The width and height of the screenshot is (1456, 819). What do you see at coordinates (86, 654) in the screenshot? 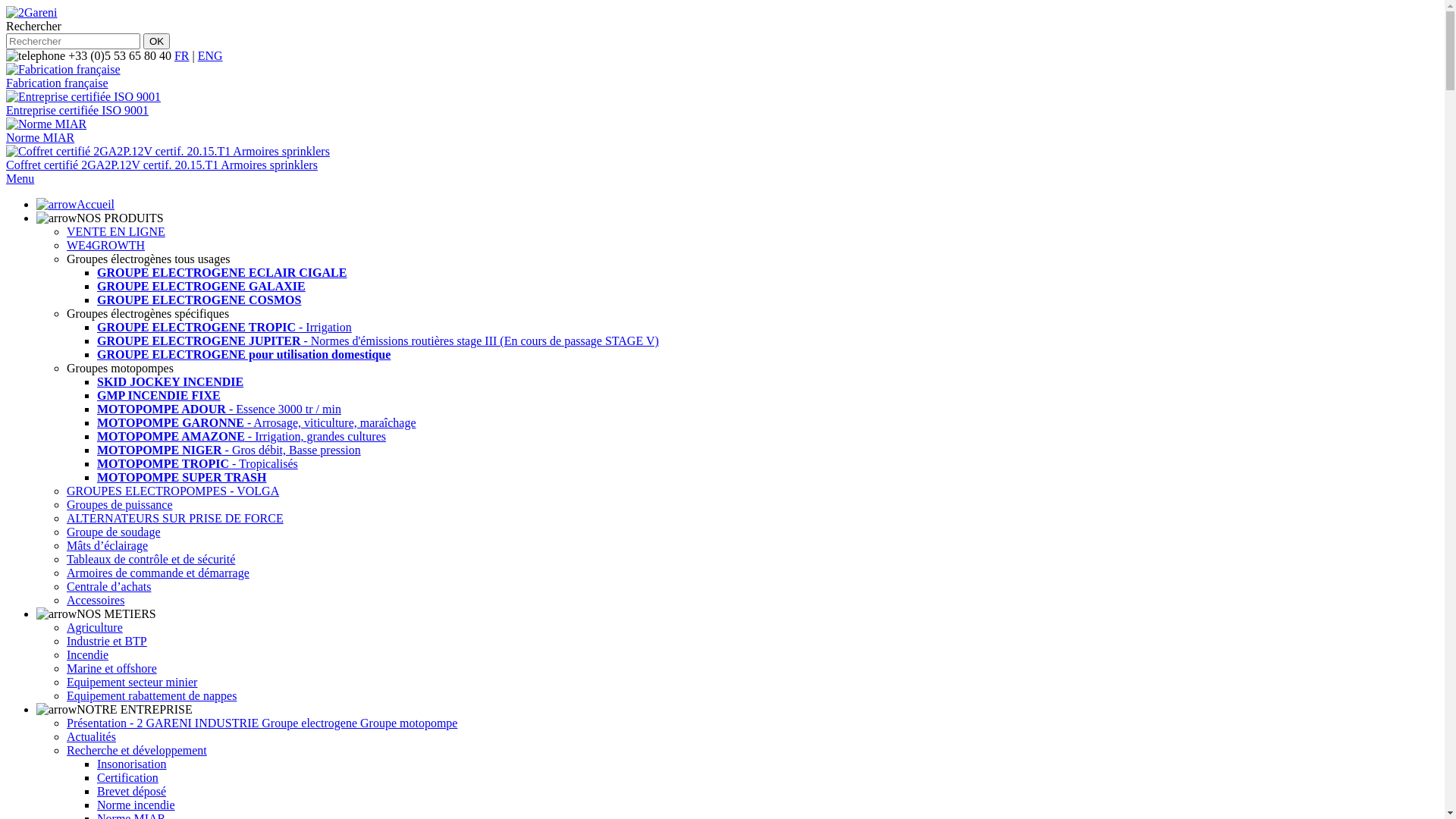
I see `'Incendie'` at bounding box center [86, 654].